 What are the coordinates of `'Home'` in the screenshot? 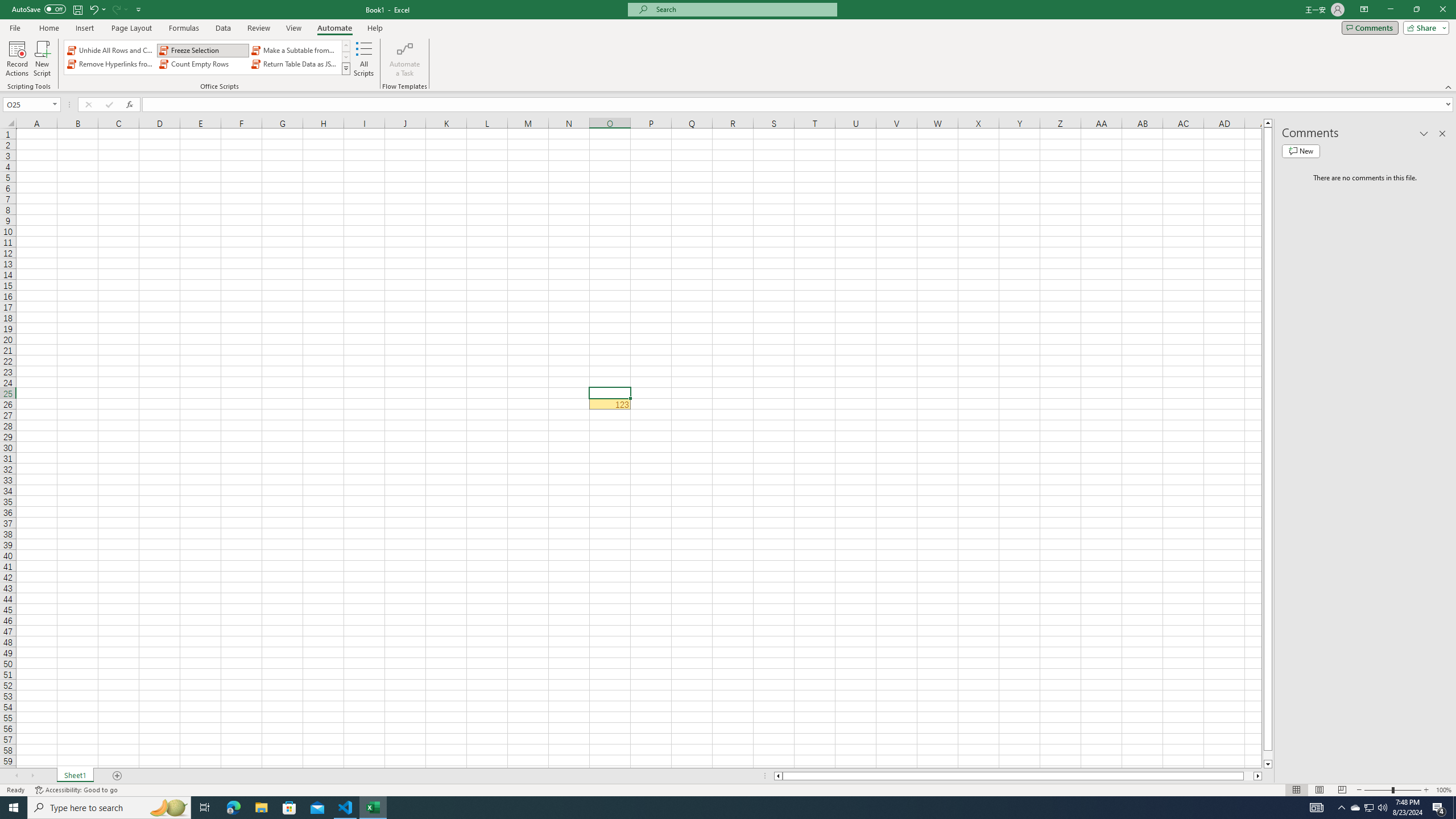 It's located at (48, 28).